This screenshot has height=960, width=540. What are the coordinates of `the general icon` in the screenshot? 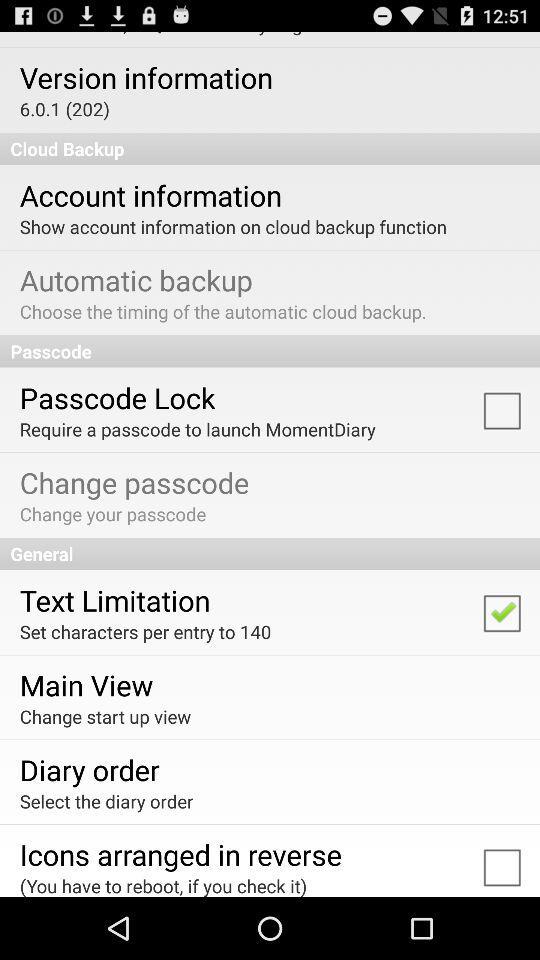 It's located at (270, 553).